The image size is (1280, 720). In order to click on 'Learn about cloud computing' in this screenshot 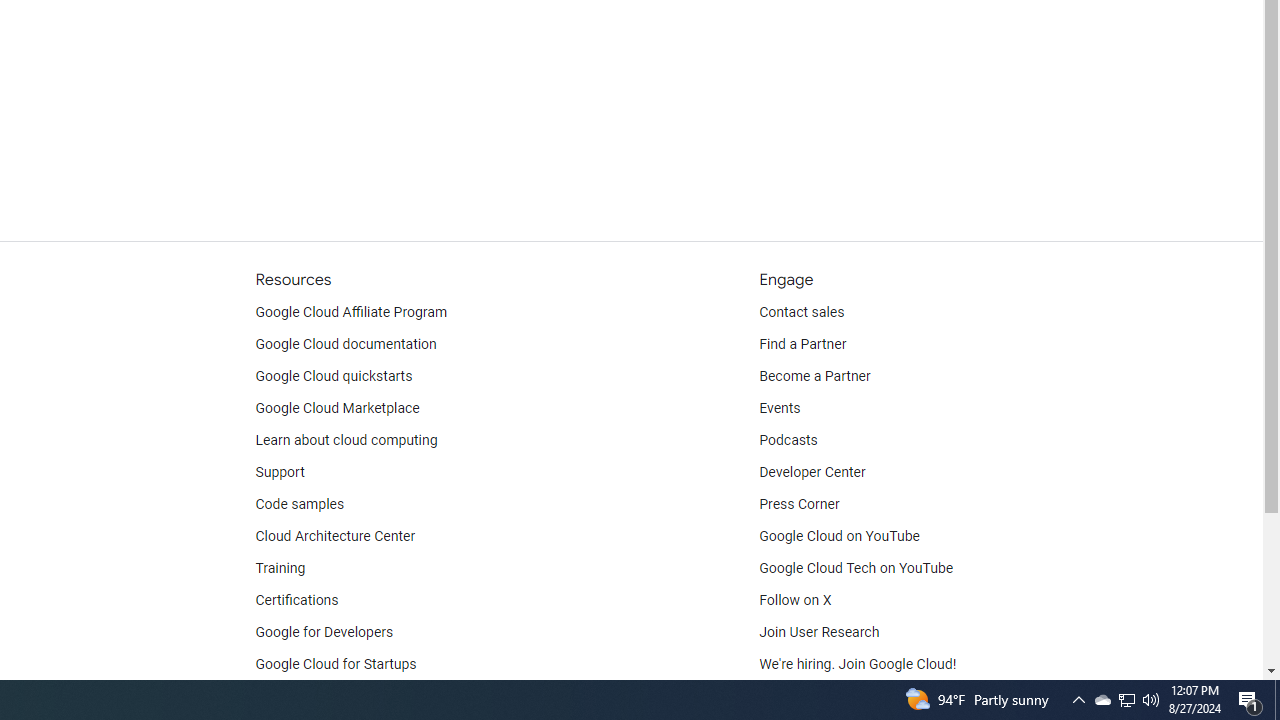, I will do `click(346, 440)`.